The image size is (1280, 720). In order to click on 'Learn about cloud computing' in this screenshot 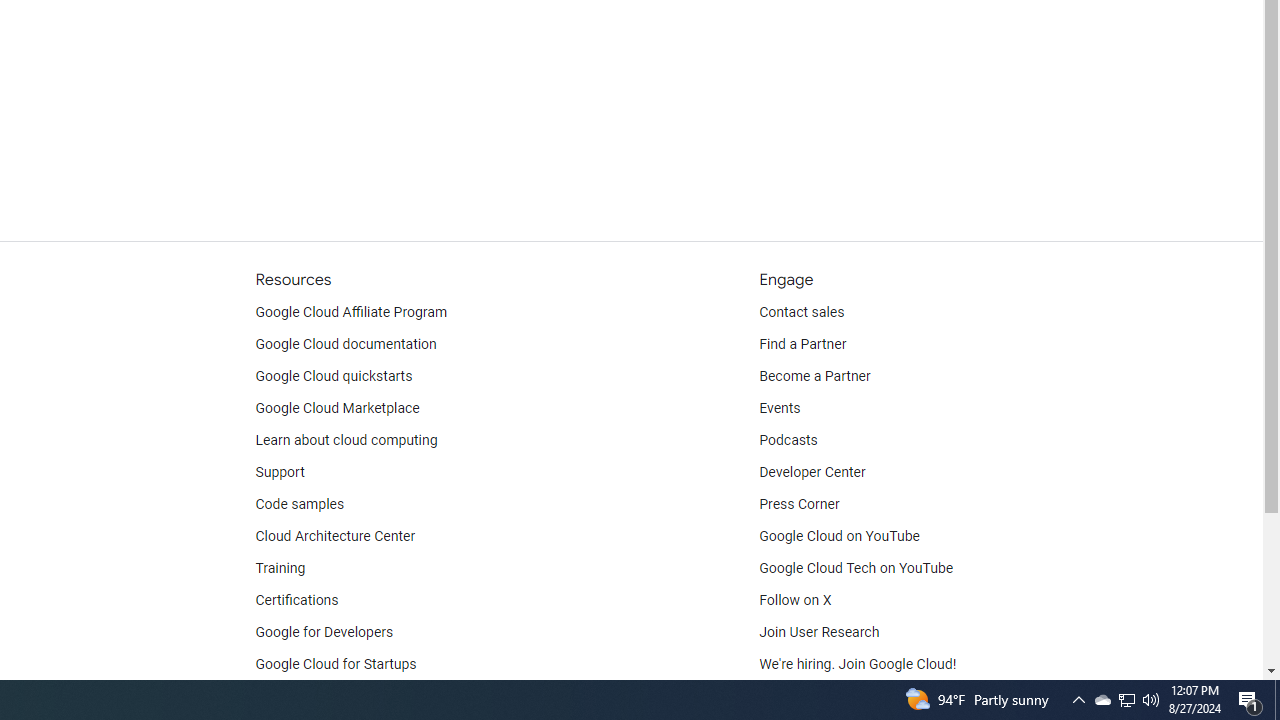, I will do `click(346, 440)`.